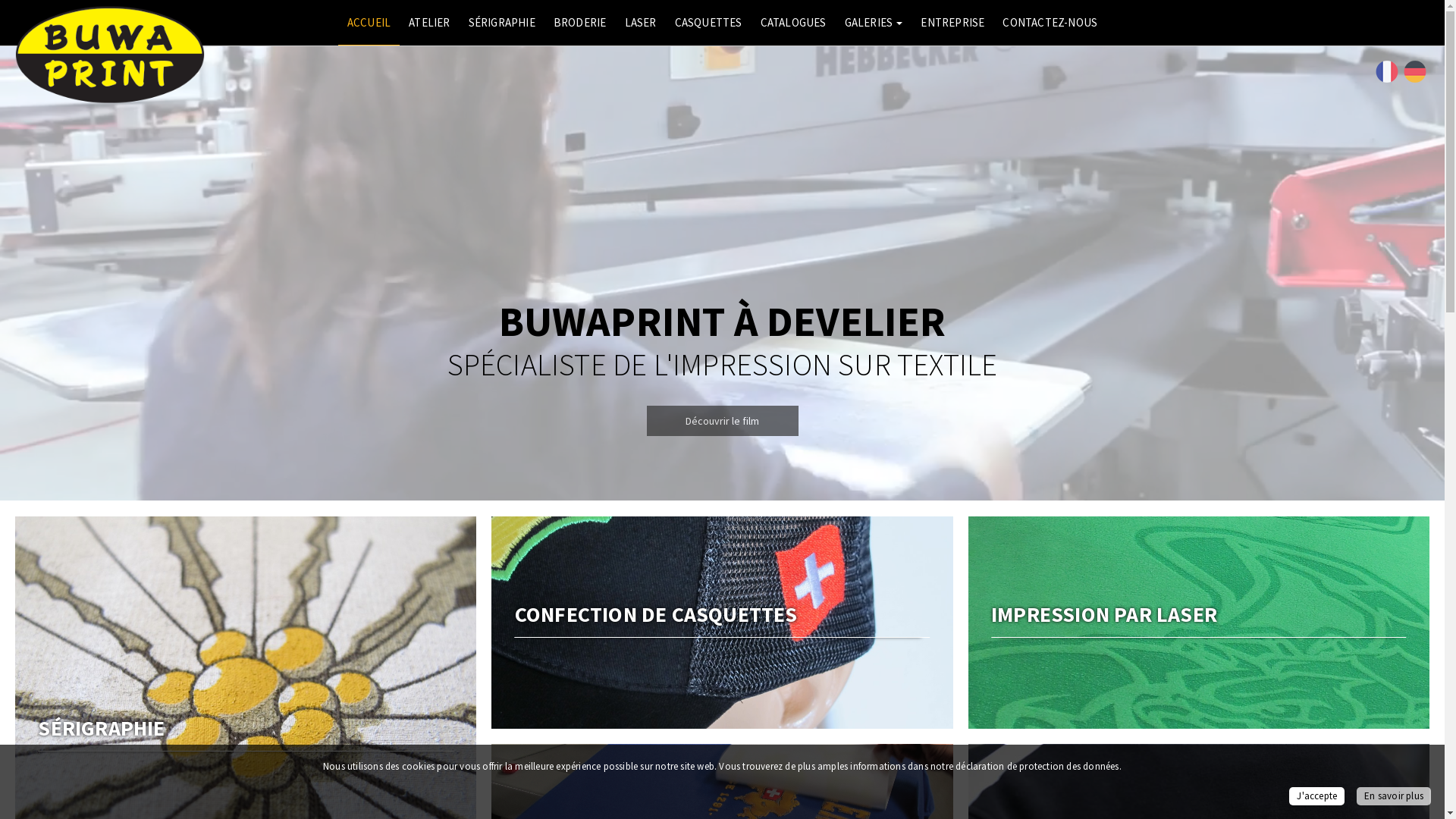 The width and height of the screenshot is (1456, 819). What do you see at coordinates (579, 23) in the screenshot?
I see `'BRODERIE'` at bounding box center [579, 23].